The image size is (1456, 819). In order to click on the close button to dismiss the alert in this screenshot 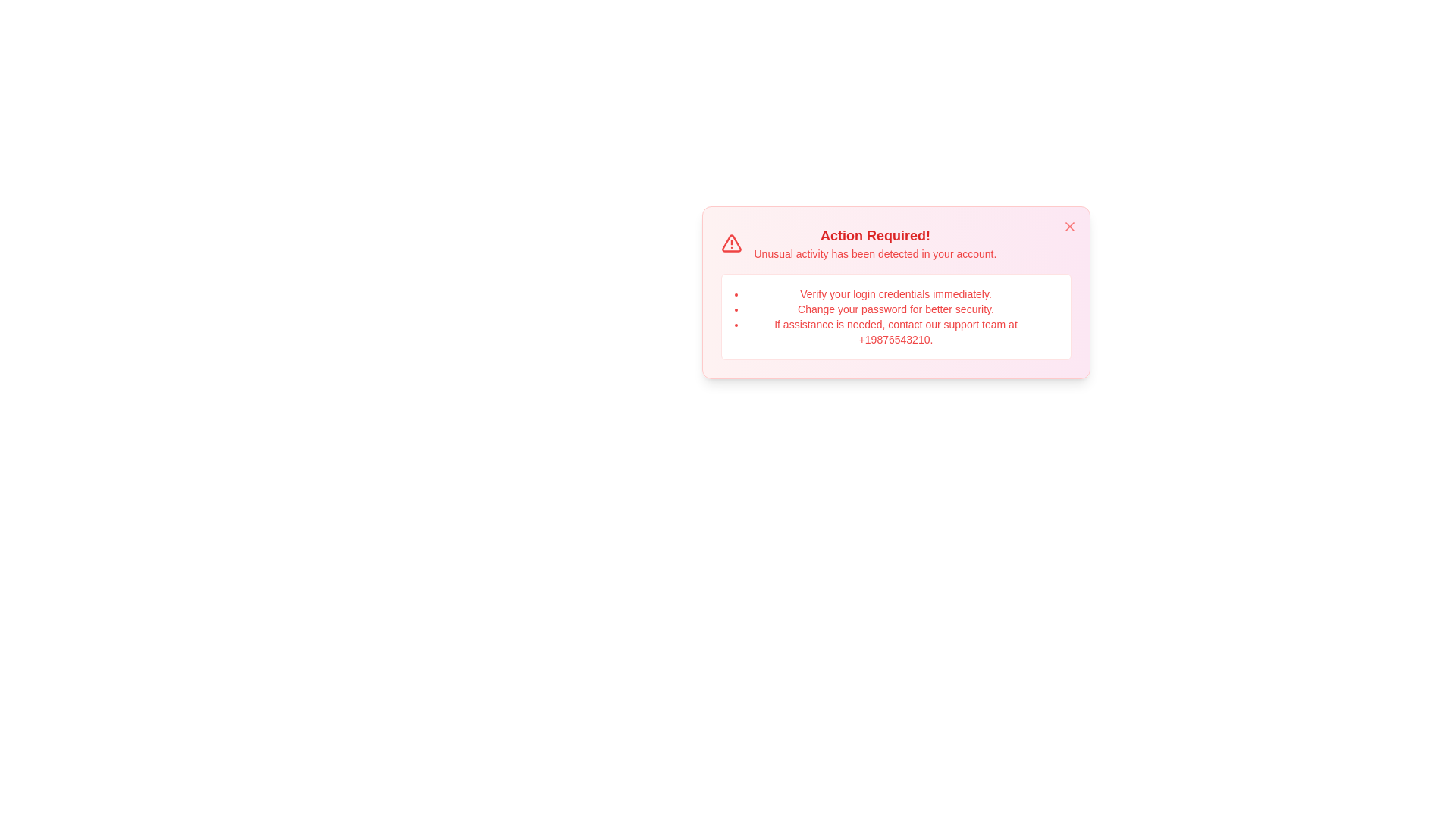, I will do `click(1068, 227)`.